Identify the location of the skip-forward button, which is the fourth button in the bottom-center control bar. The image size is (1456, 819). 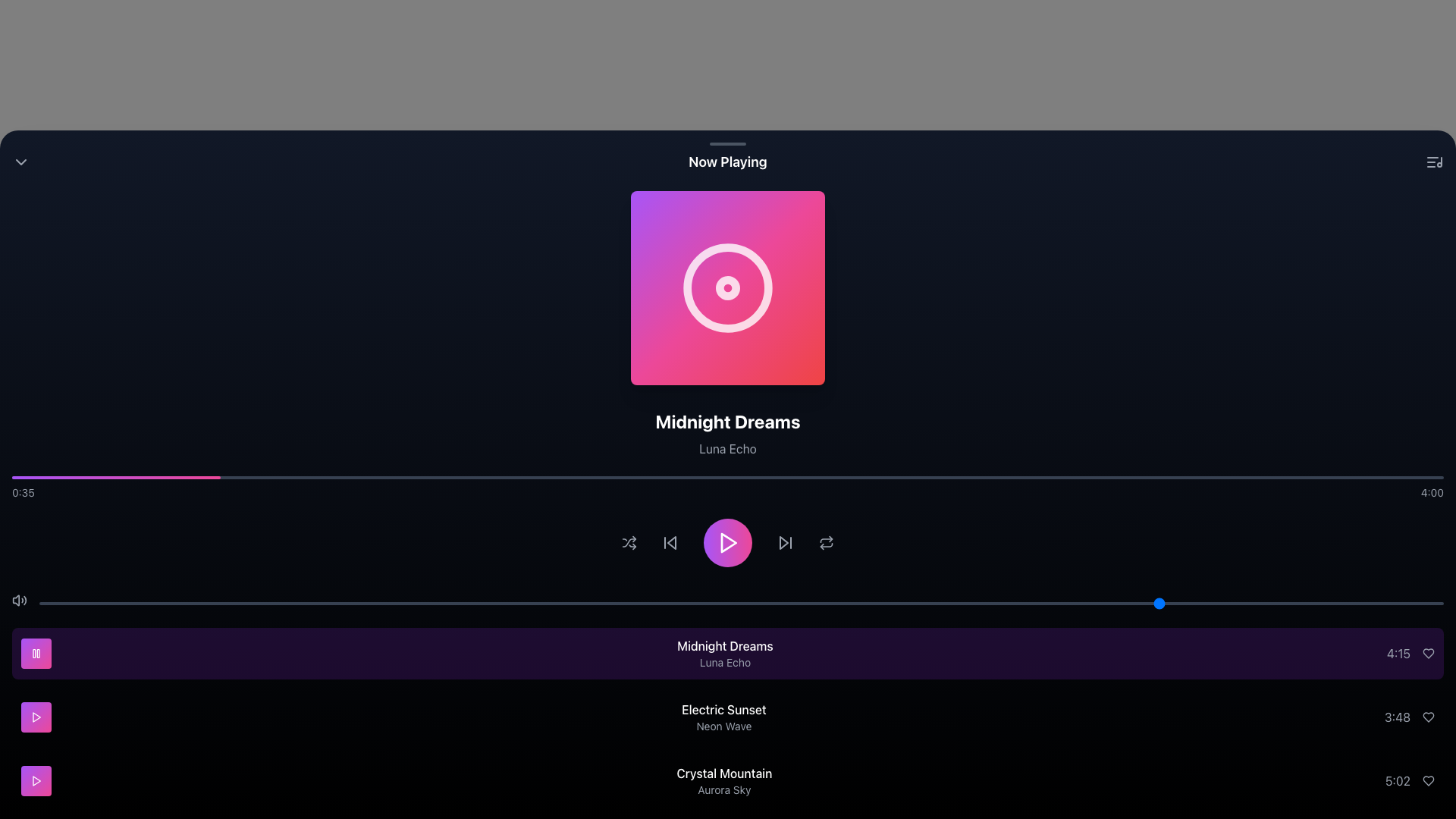
(786, 542).